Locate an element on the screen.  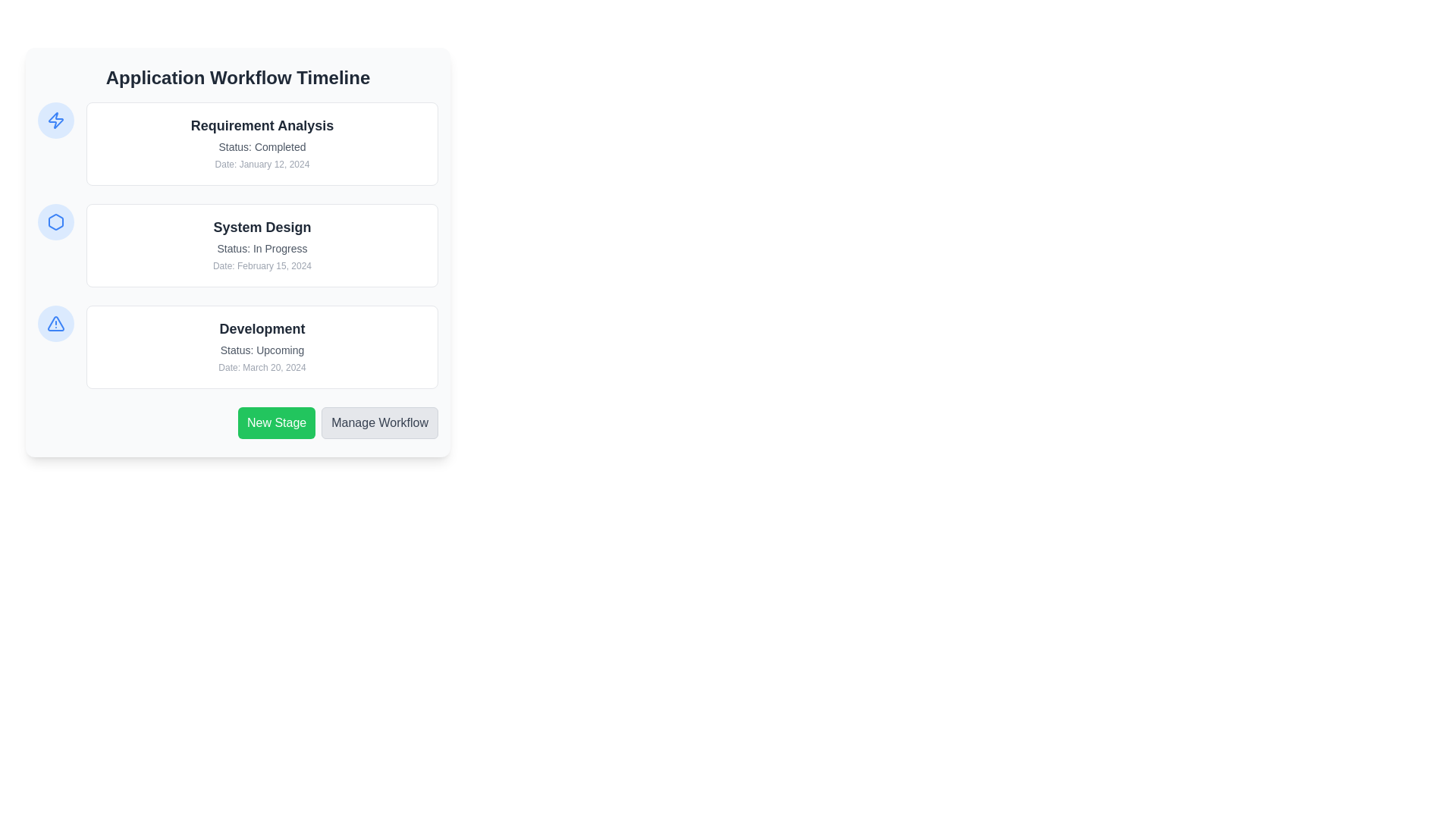
the first button in the workflow timeline to trigger the hover effect is located at coordinates (237, 423).